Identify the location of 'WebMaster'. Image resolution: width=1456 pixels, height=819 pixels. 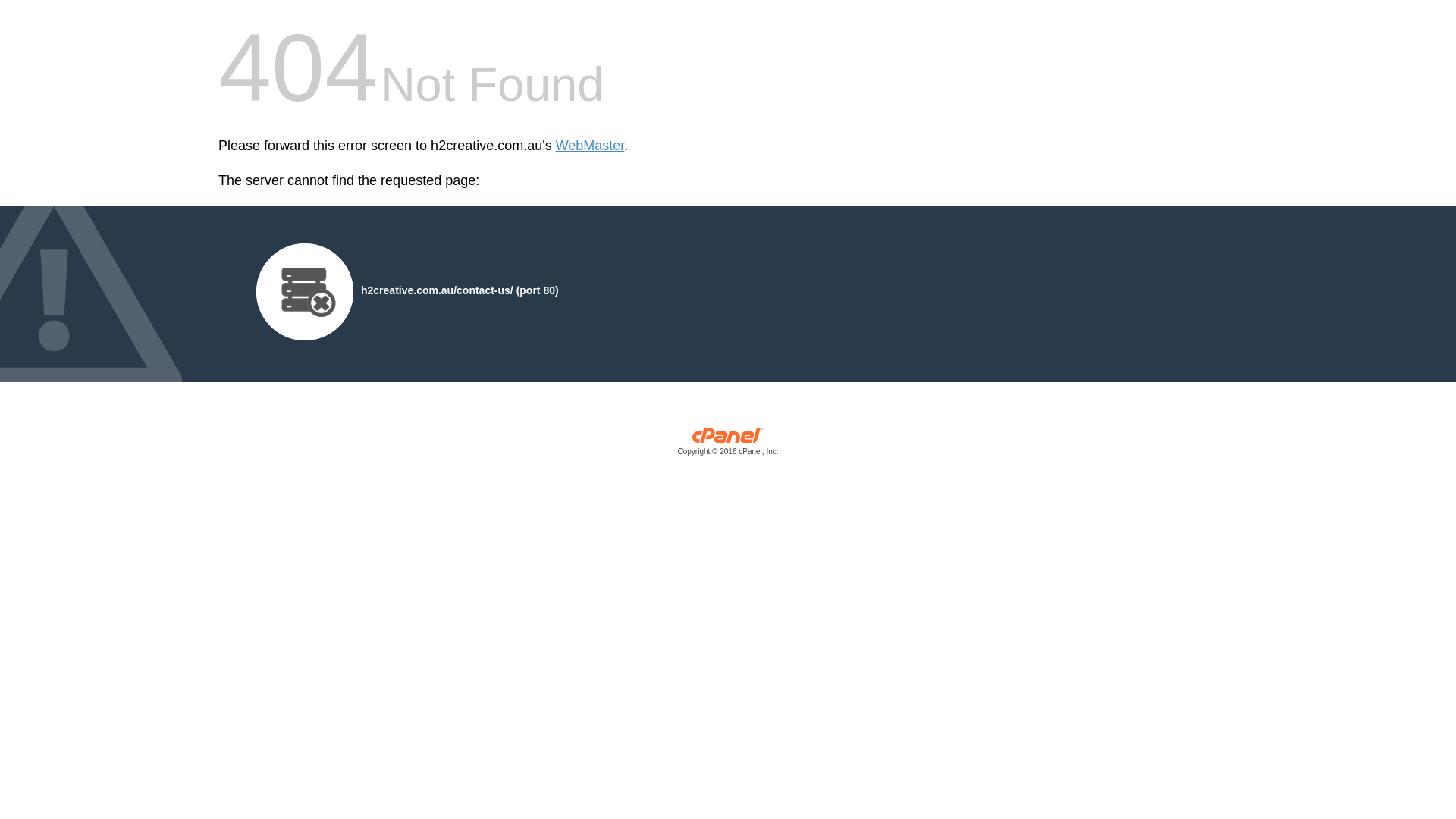
(555, 146).